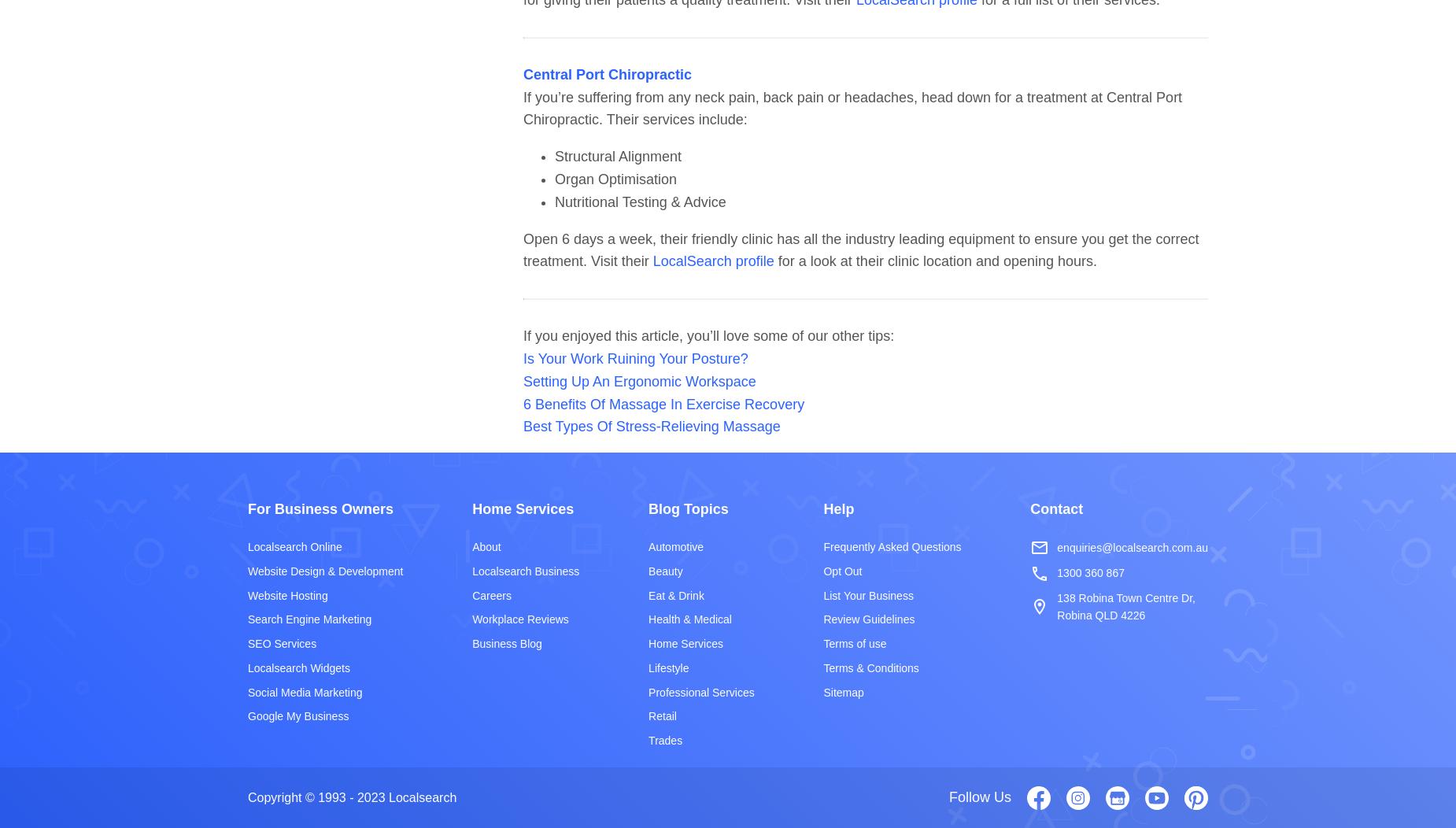 The image size is (1456, 828). Describe the element at coordinates (712, 261) in the screenshot. I see `'LocalSearch profile'` at that location.